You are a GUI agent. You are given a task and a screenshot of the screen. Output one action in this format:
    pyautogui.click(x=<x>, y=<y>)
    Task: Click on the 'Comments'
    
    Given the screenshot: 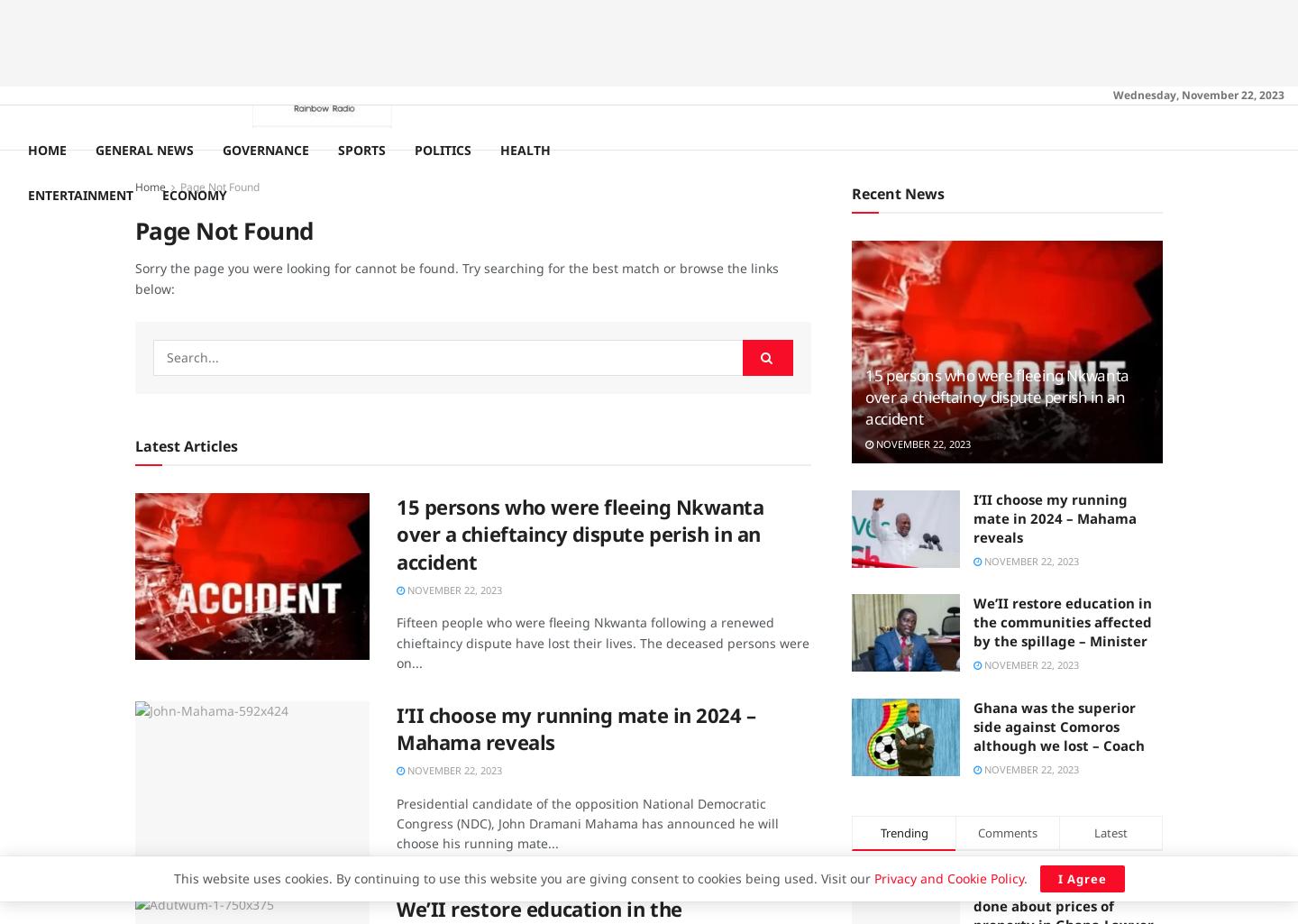 What is the action you would take?
    pyautogui.click(x=1007, y=832)
    